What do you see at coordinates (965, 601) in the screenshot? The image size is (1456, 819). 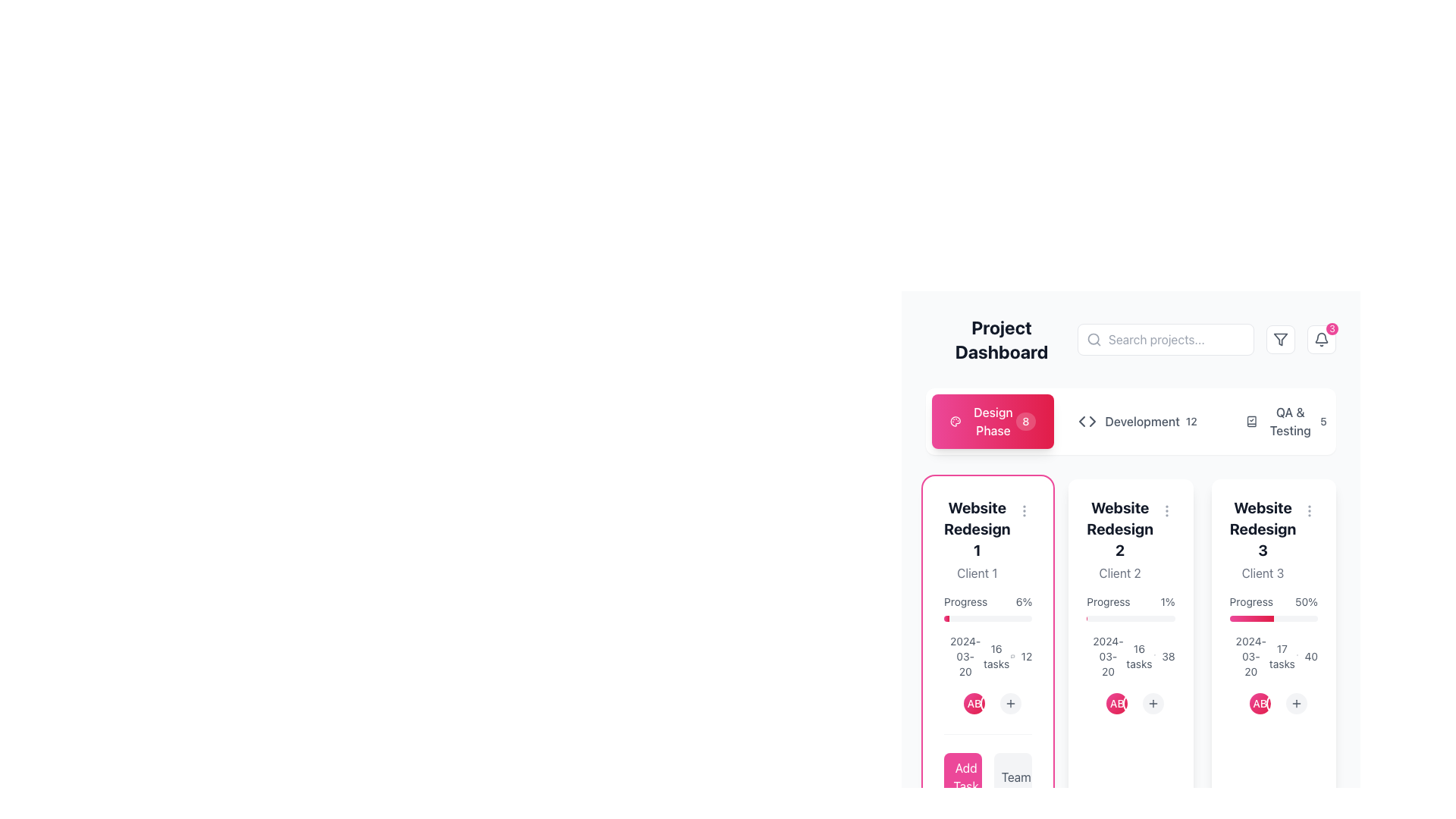 I see `the 'Progress' text label` at bounding box center [965, 601].